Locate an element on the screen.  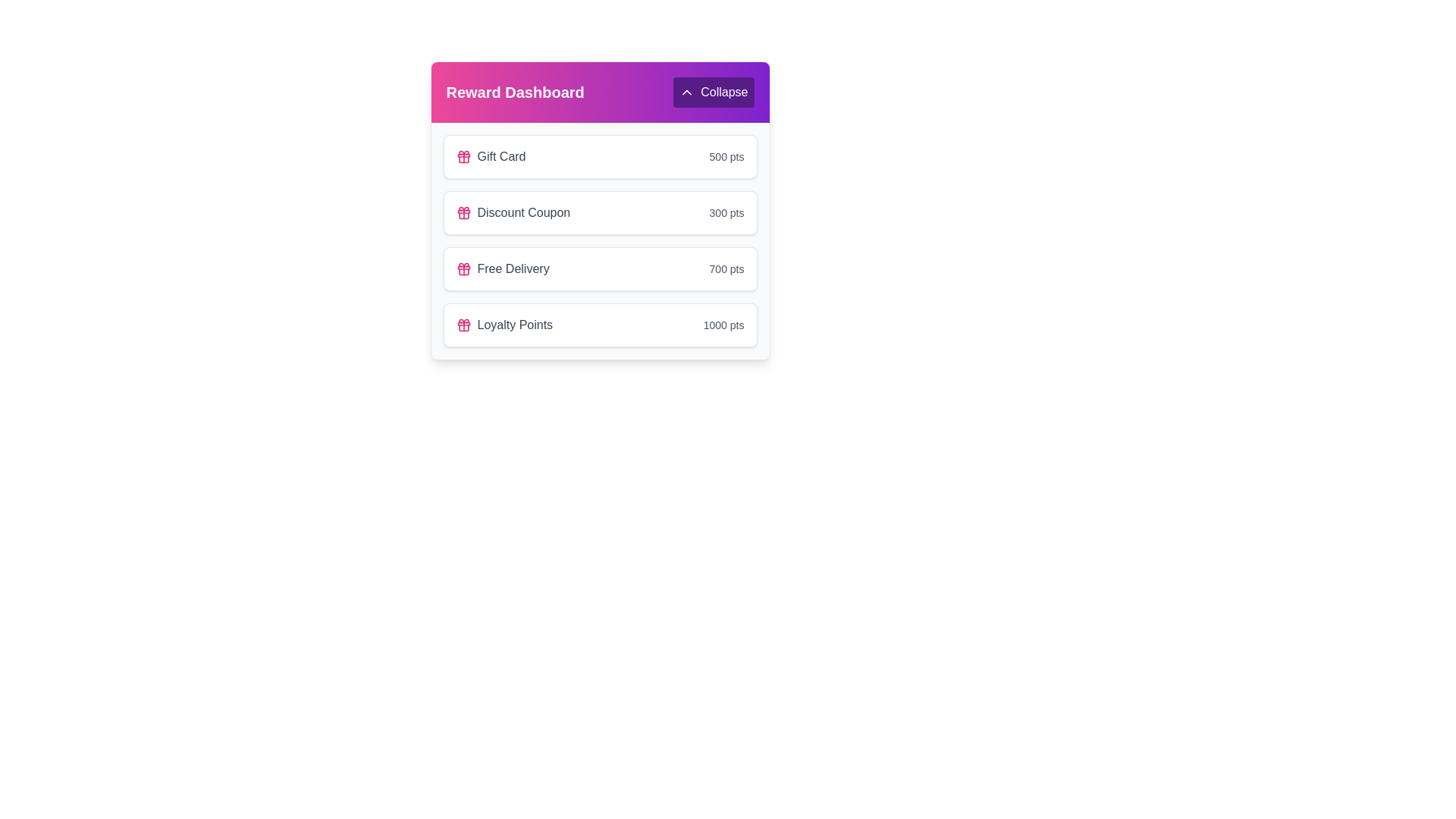
the thin, rounded rectangle styled as a horizontal bar within the pink gift icon, which is located to the left of the text labels 'Gift Card' and 'Loyalty Points' is located at coordinates (463, 323).